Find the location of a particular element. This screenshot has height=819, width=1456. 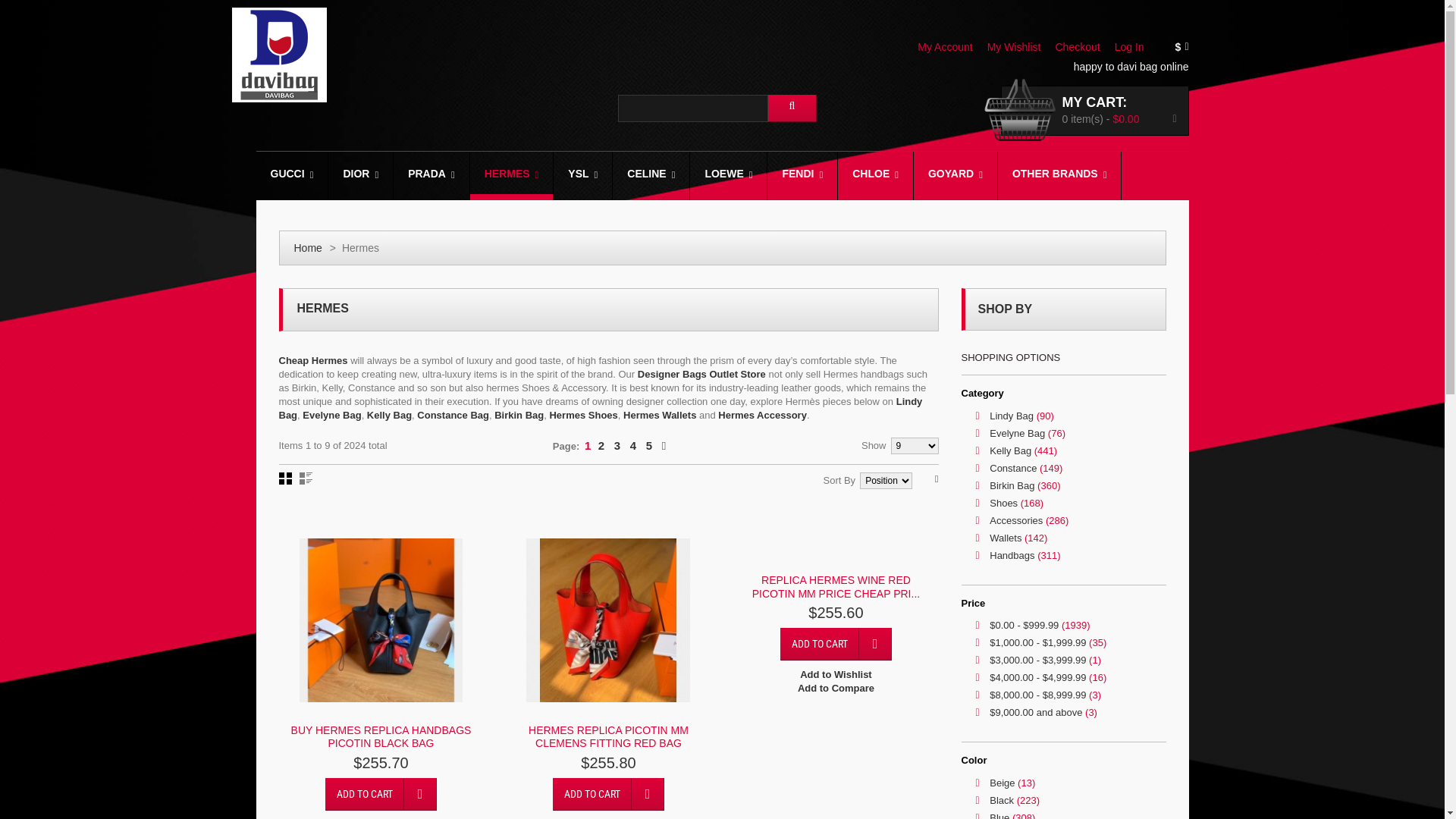

'Birkin Bag' is located at coordinates (494, 415).